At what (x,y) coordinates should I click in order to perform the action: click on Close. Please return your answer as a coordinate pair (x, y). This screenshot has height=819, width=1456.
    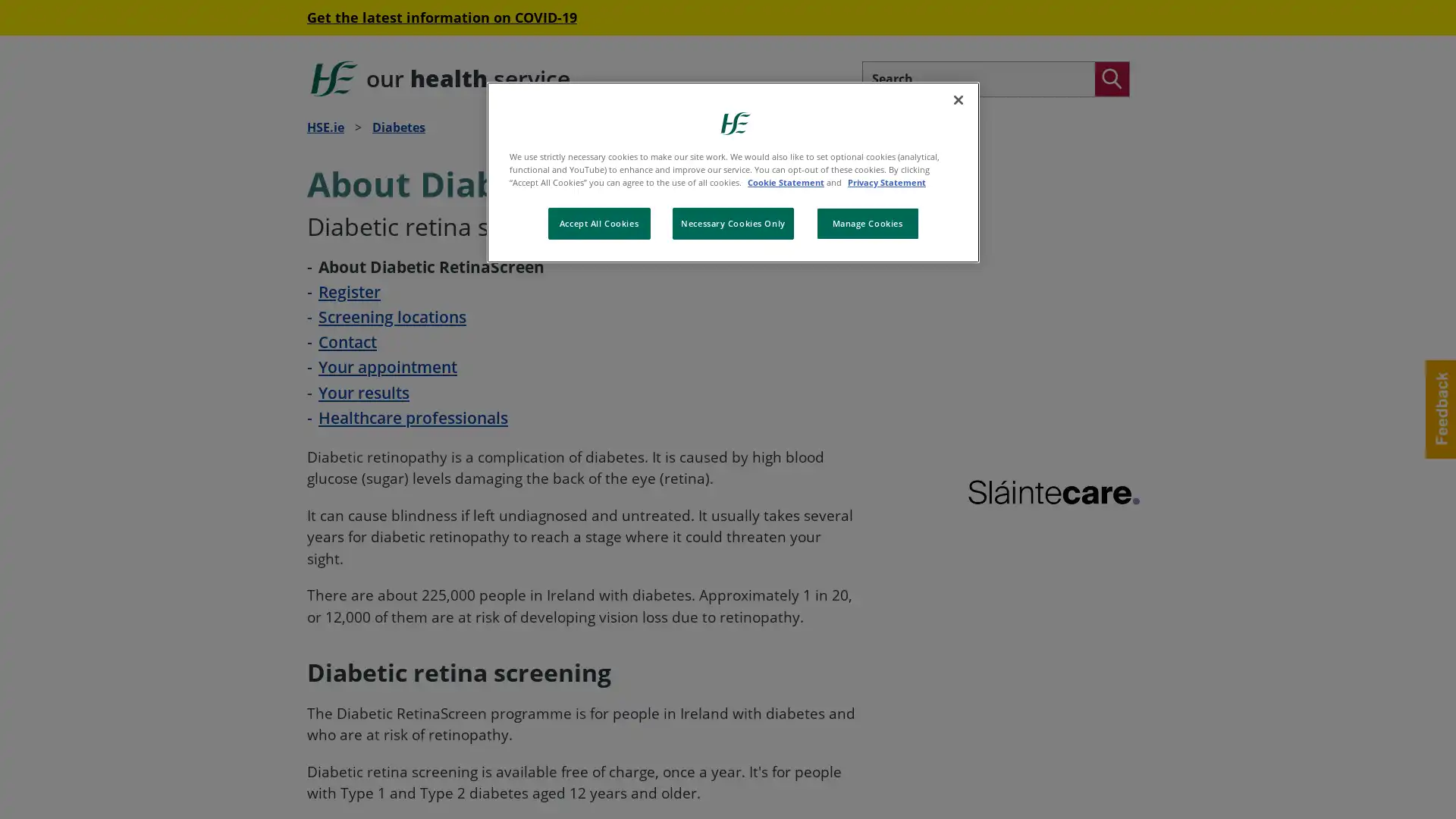
    Looking at the image, I should click on (957, 99).